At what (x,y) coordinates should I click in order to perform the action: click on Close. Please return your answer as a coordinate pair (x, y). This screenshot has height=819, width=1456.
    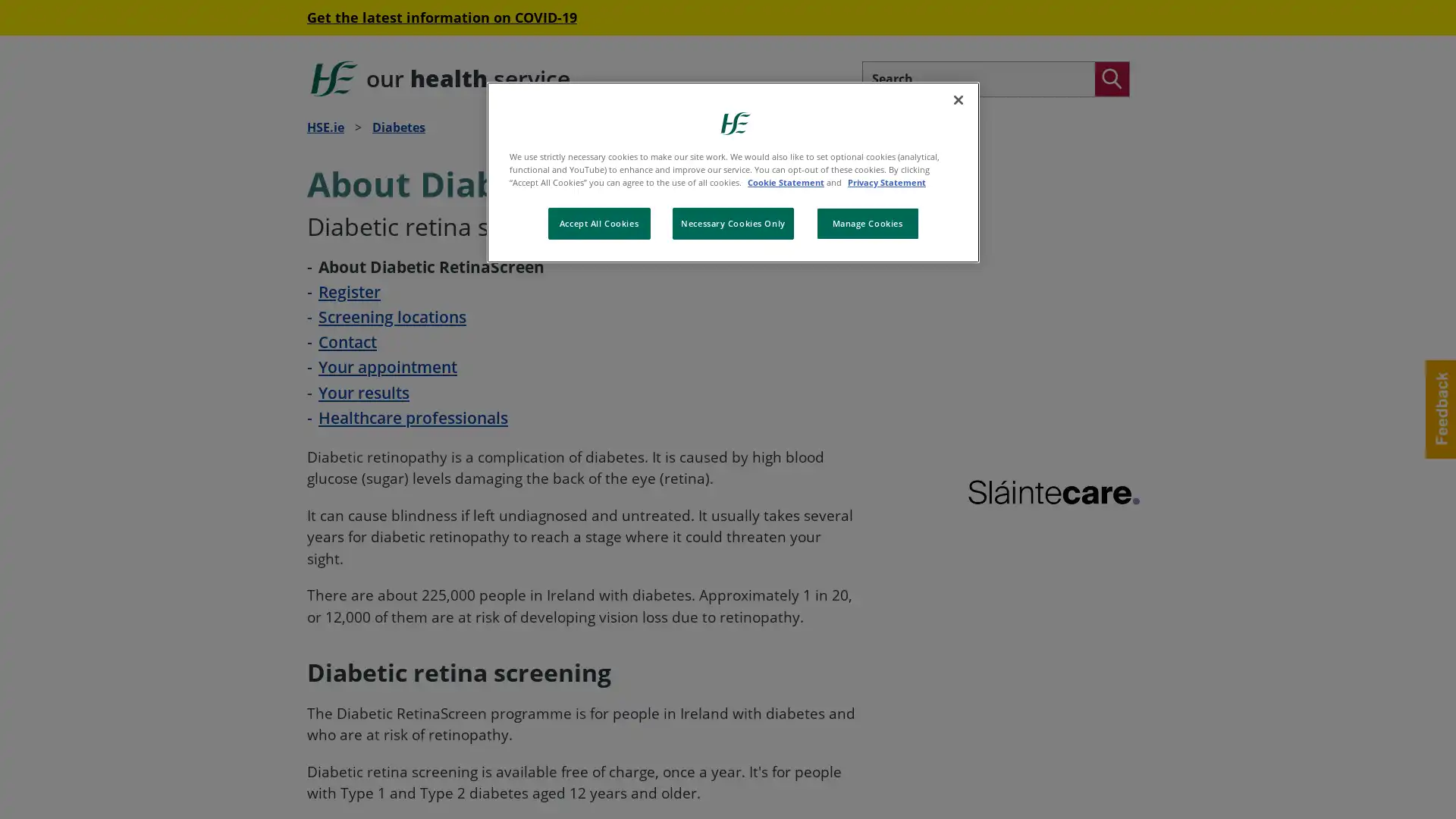
    Looking at the image, I should click on (957, 99).